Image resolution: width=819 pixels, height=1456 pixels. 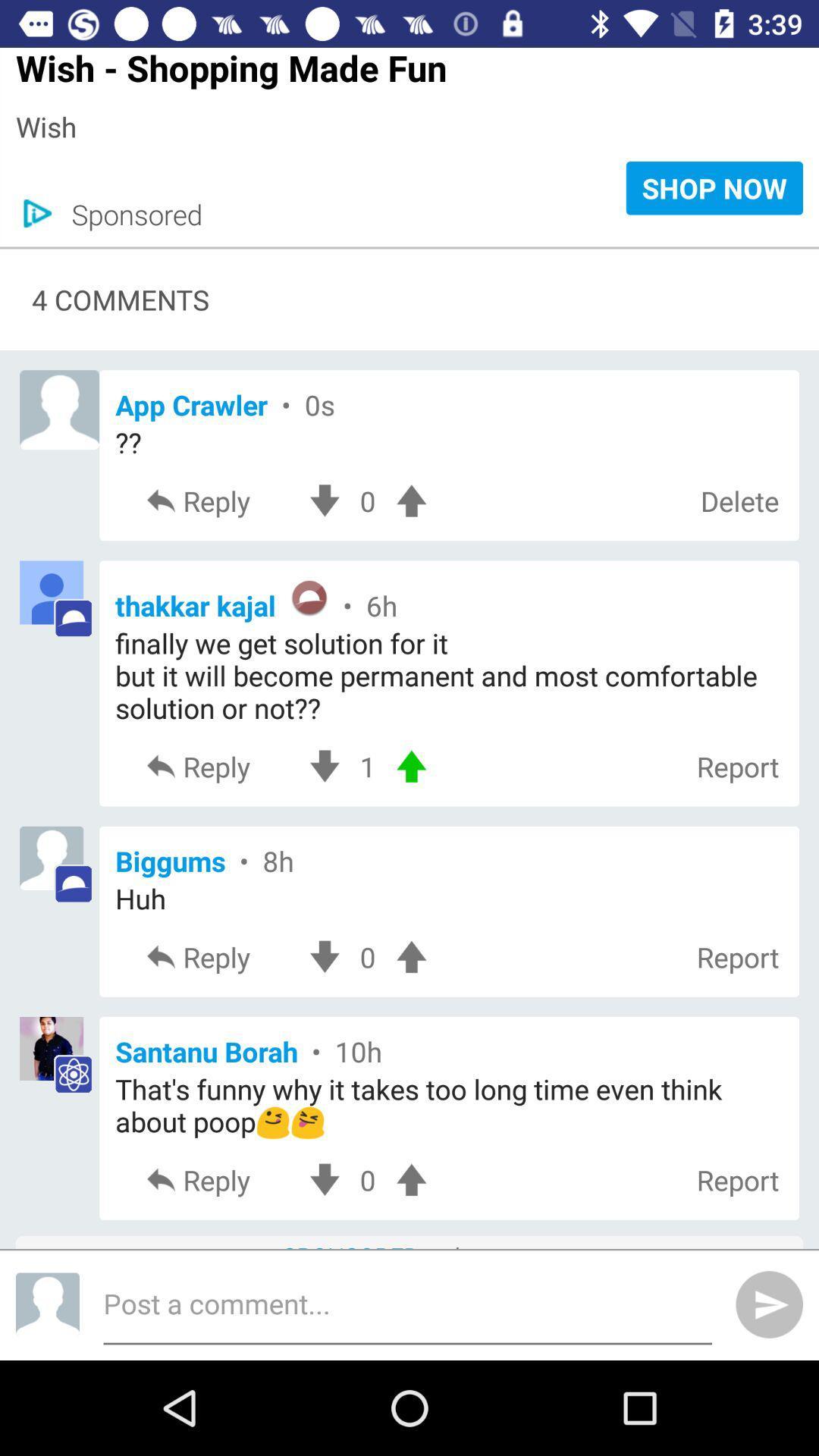 I want to click on the send icon which is in bottom right corner of the page, so click(x=769, y=1304).